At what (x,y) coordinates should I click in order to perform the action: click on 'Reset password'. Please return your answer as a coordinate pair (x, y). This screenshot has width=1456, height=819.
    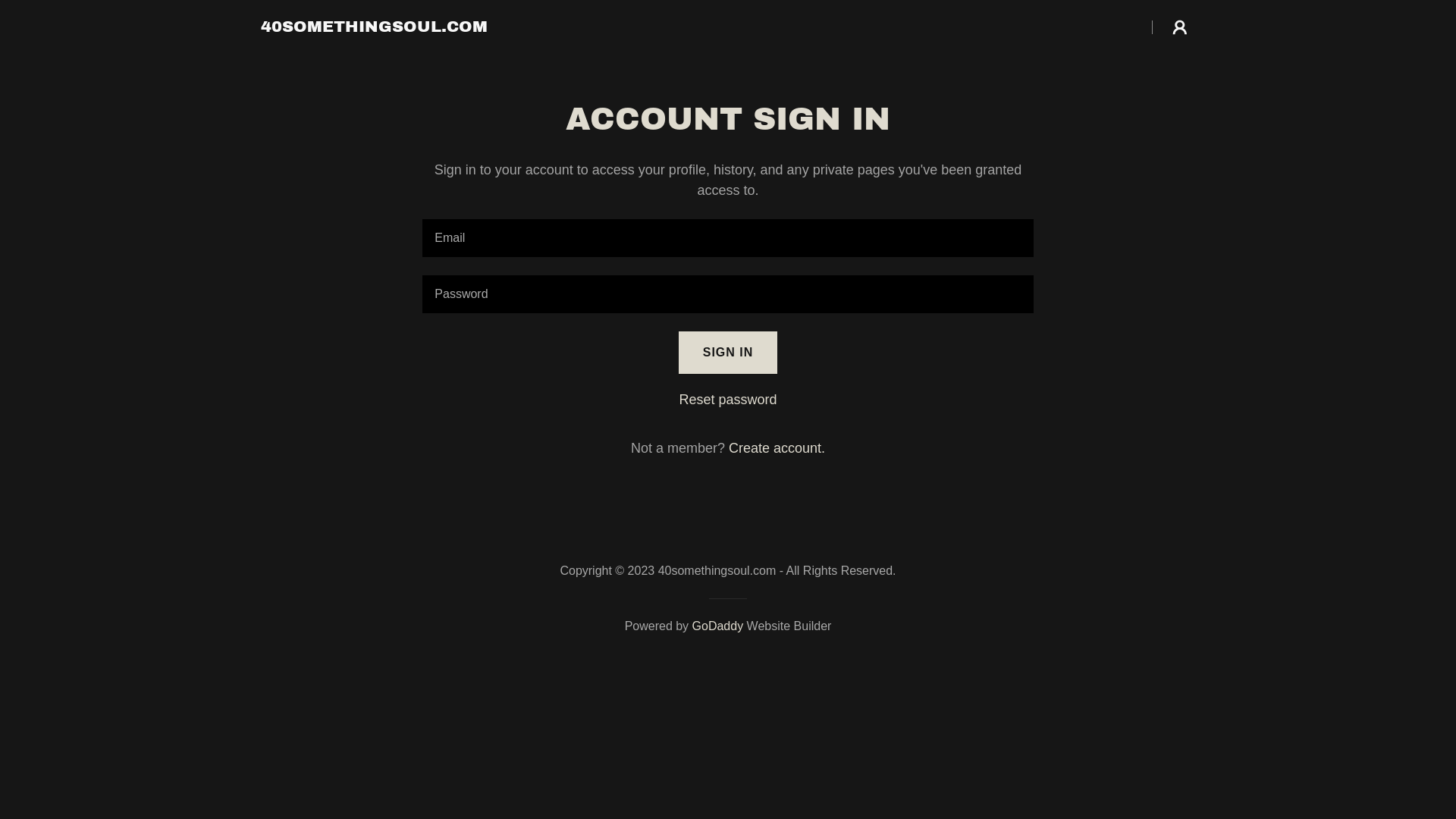
    Looking at the image, I should click on (726, 399).